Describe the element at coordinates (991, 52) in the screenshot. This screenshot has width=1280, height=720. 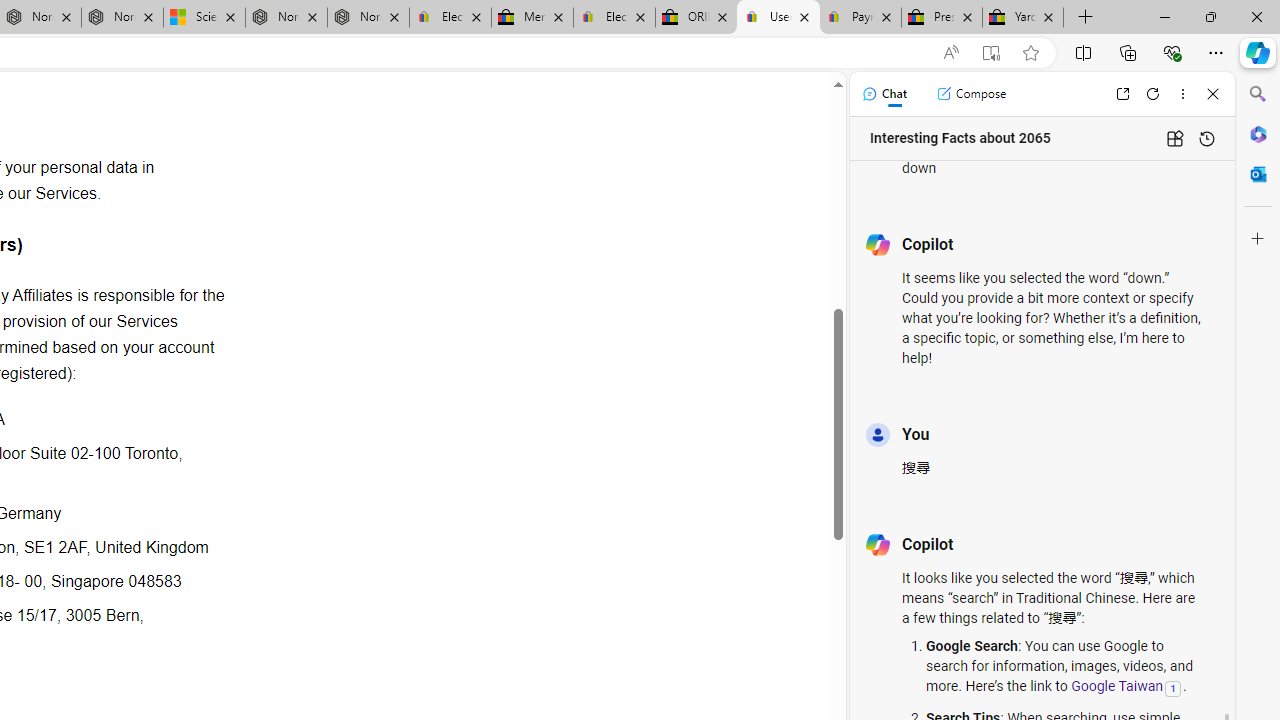
I see `'Enter Immersive Reader (F9)'` at that location.